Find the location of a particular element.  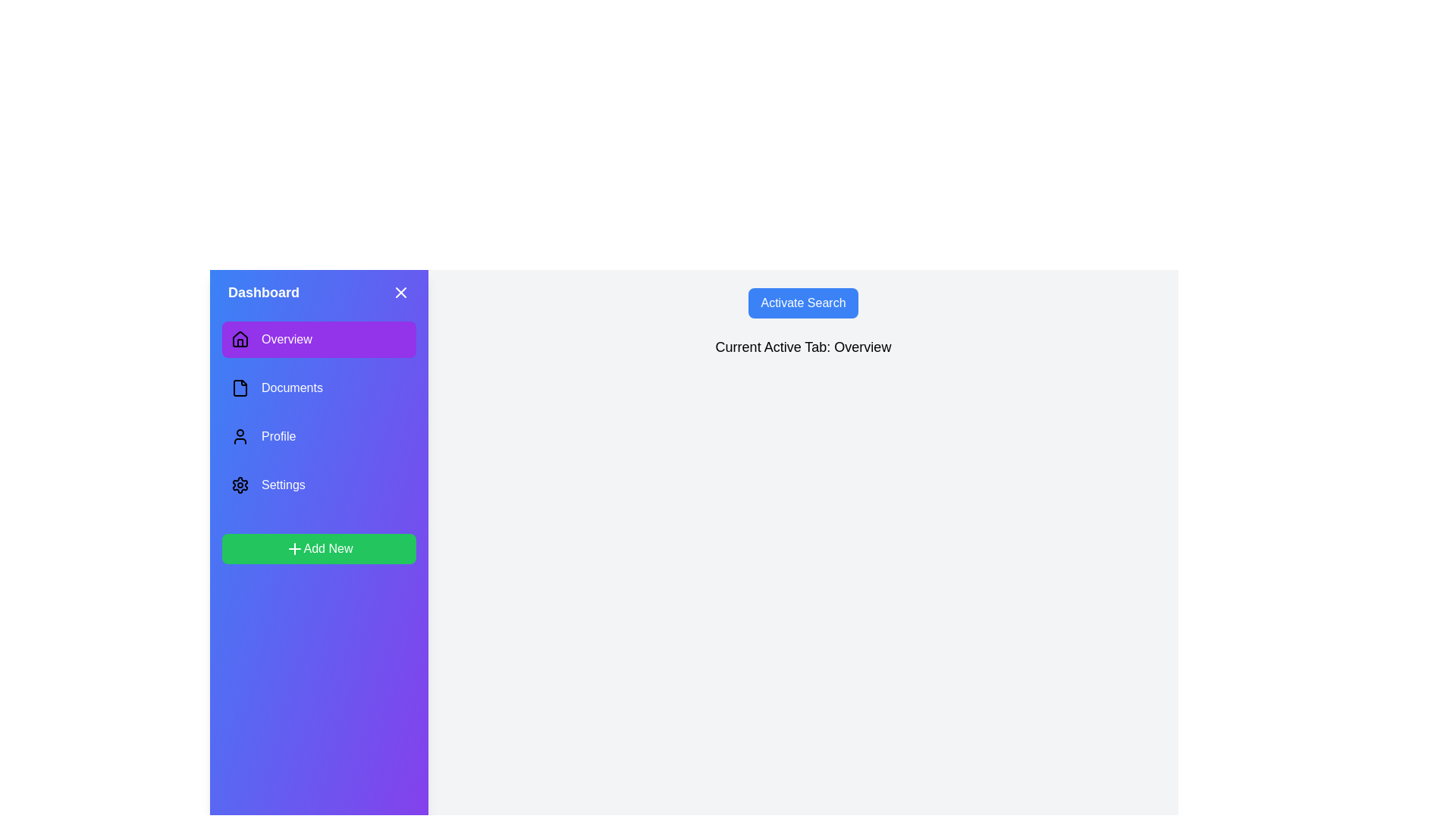

the search button located near the top-center of the central content area, positioned above the text 'Current Active Tab: Overview' is located at coordinates (802, 303).